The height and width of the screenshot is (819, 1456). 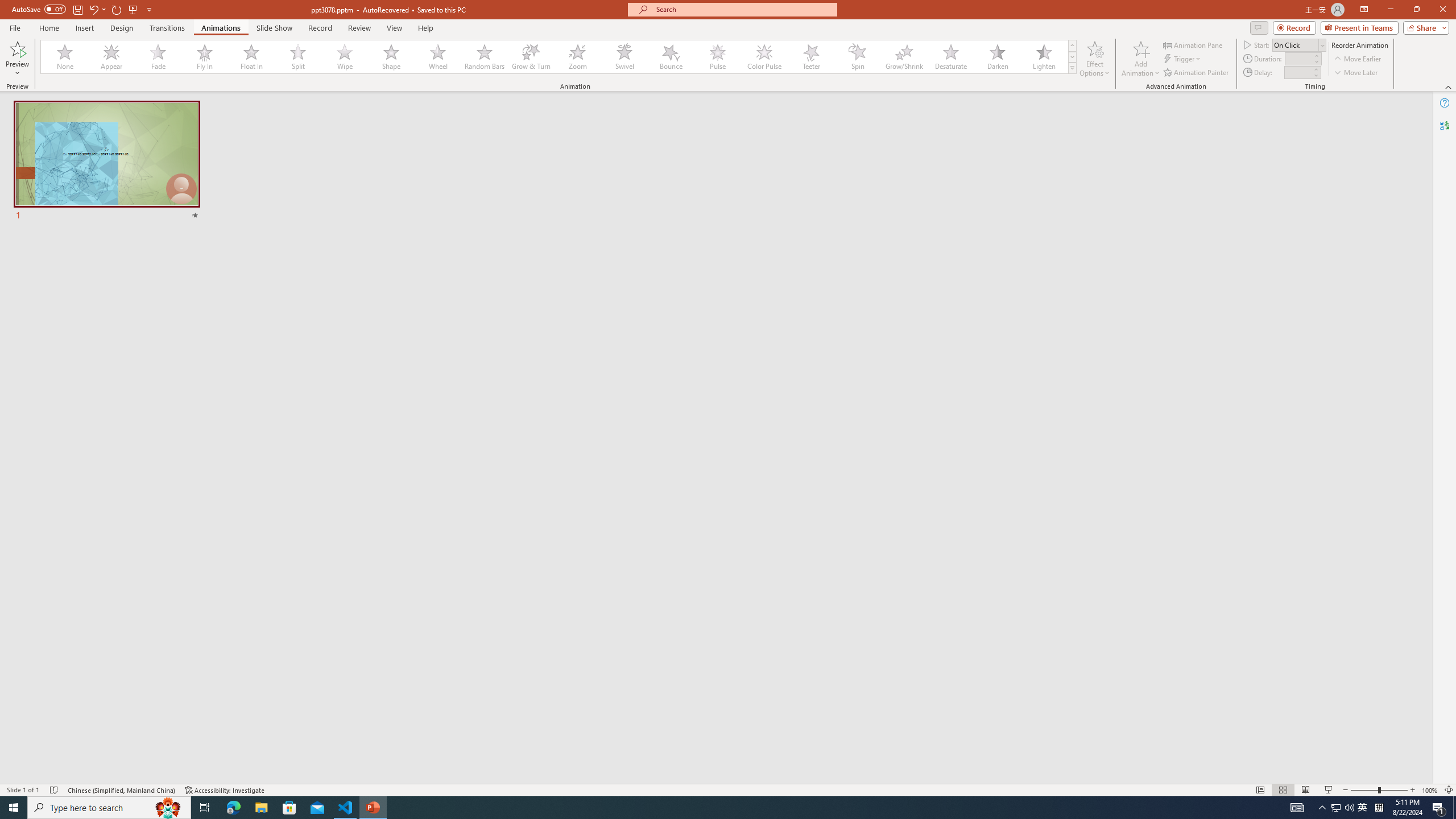 I want to click on 'Move Later', so click(x=1356, y=72).